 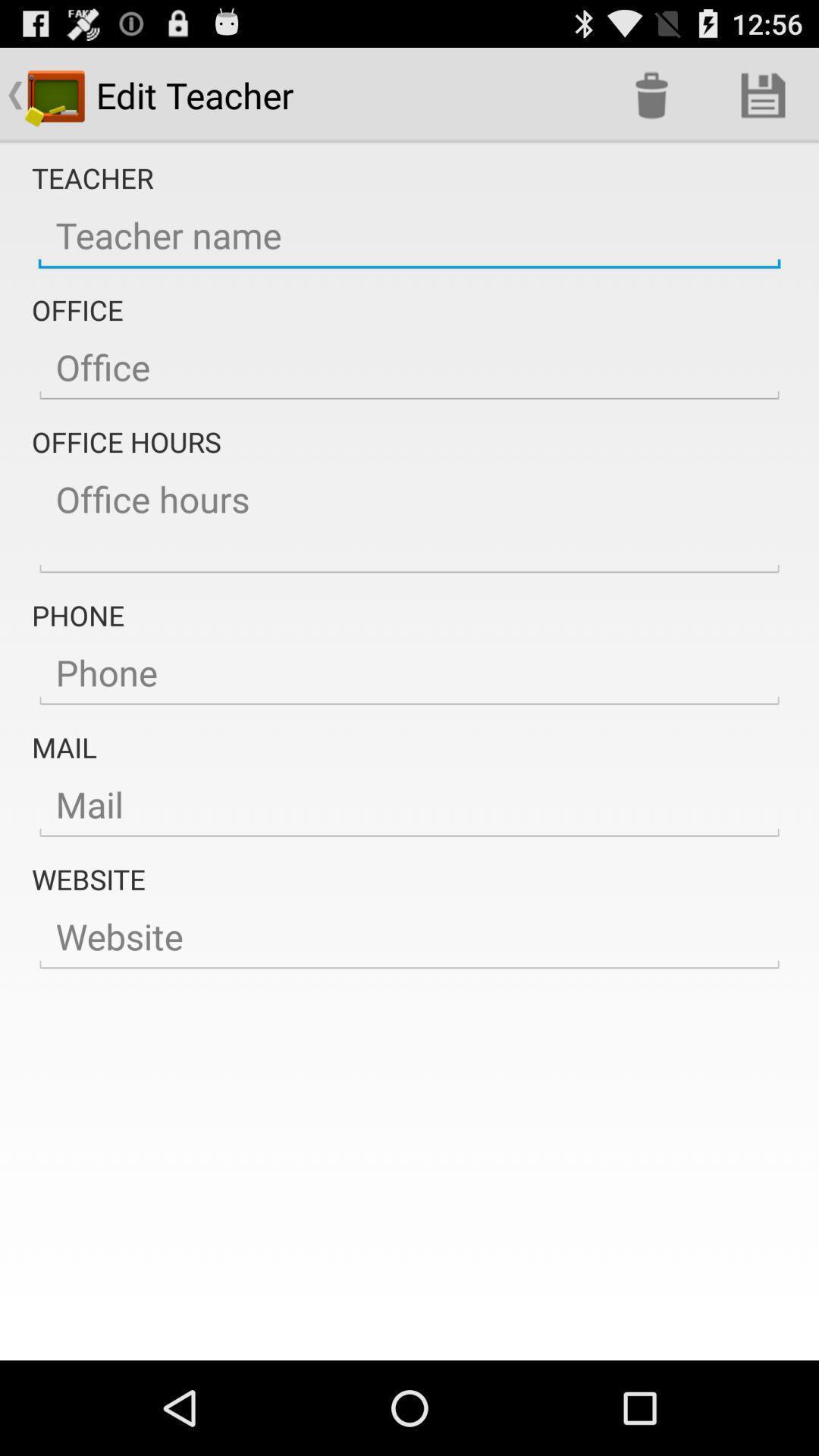 What do you see at coordinates (409, 673) in the screenshot?
I see `edit teacher phone number` at bounding box center [409, 673].